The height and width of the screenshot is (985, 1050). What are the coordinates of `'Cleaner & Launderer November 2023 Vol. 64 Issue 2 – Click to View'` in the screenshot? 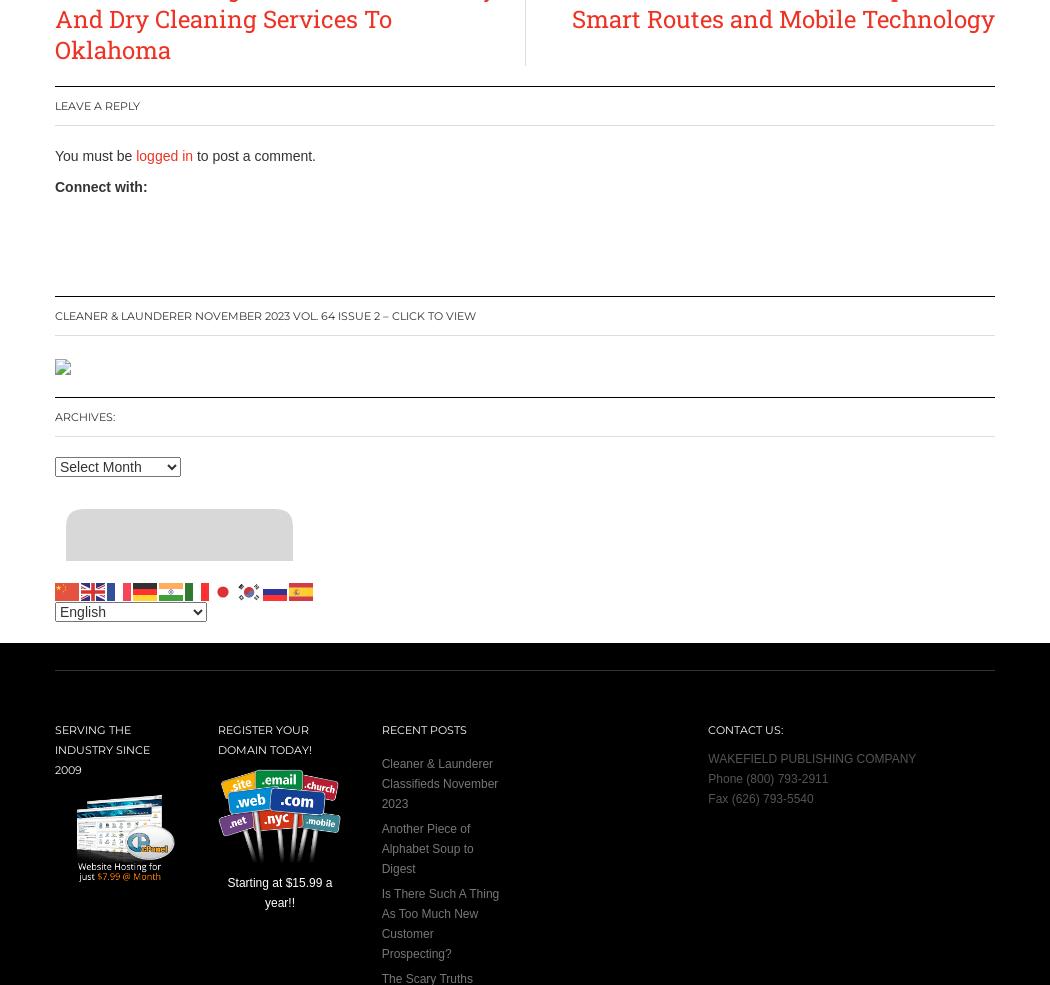 It's located at (264, 315).